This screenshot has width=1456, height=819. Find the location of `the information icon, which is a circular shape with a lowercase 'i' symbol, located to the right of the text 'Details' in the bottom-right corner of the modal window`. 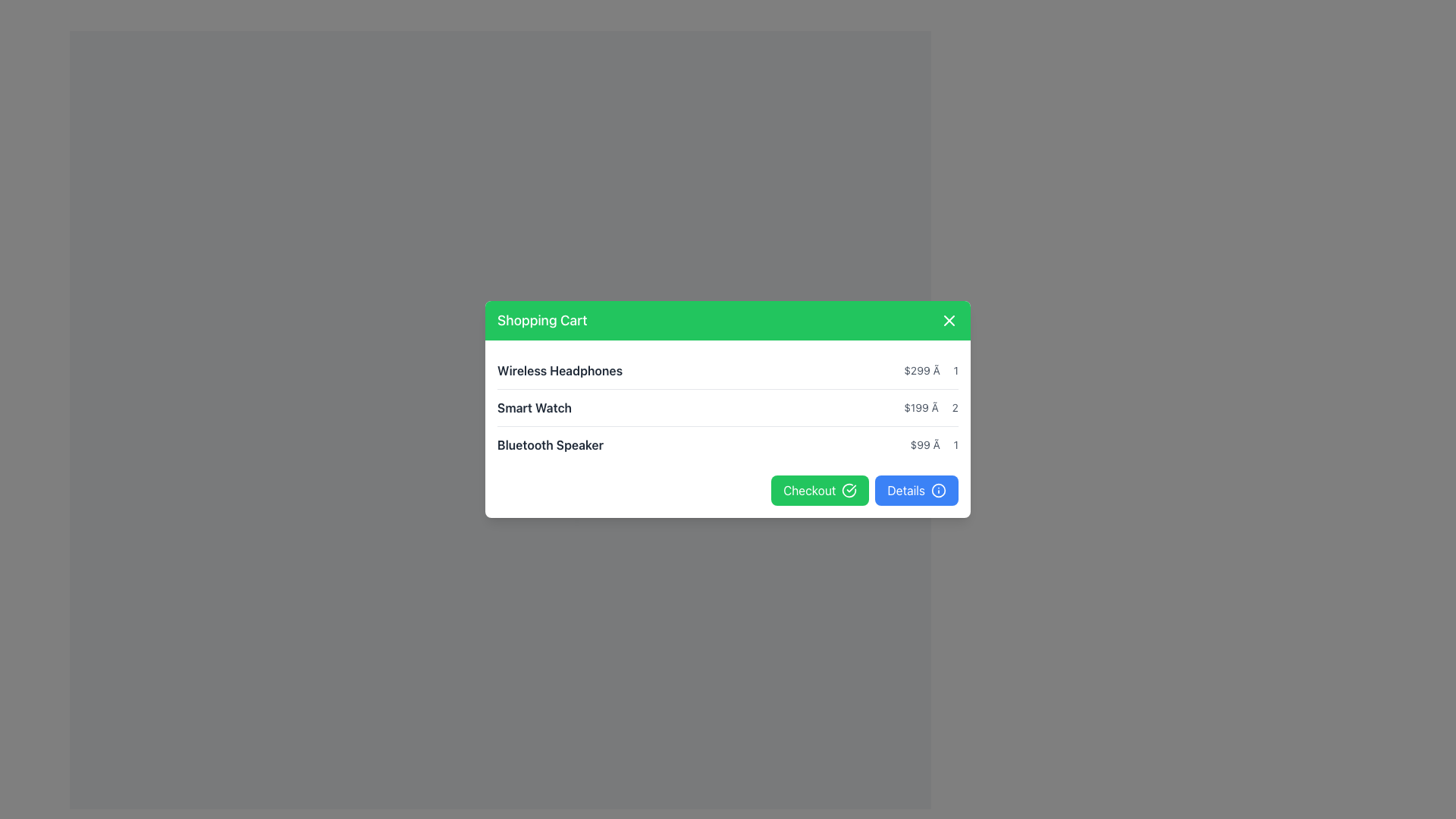

the information icon, which is a circular shape with a lowercase 'i' symbol, located to the right of the text 'Details' in the bottom-right corner of the modal window is located at coordinates (938, 491).